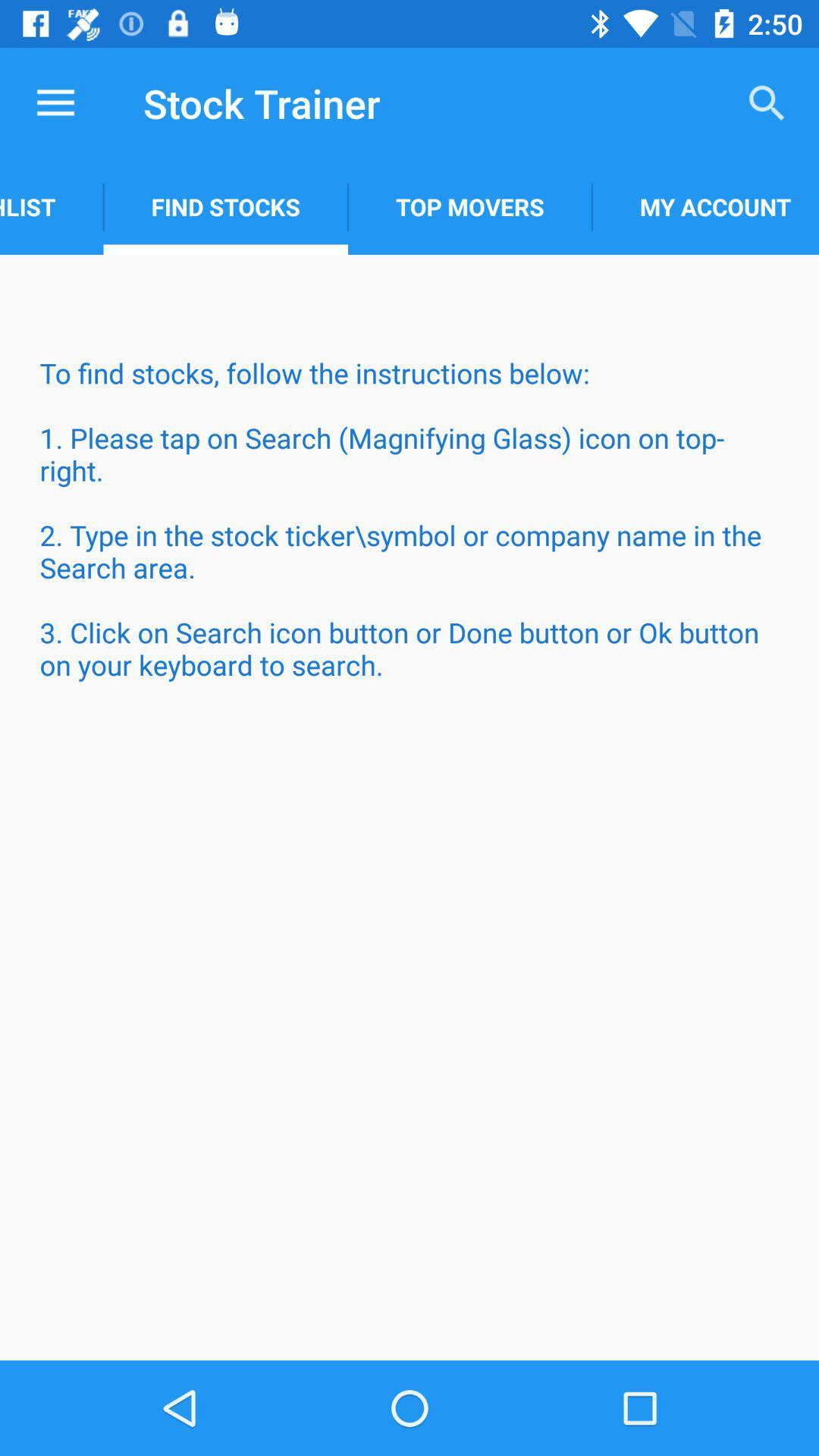  What do you see at coordinates (51, 206) in the screenshot?
I see `watchlist app` at bounding box center [51, 206].